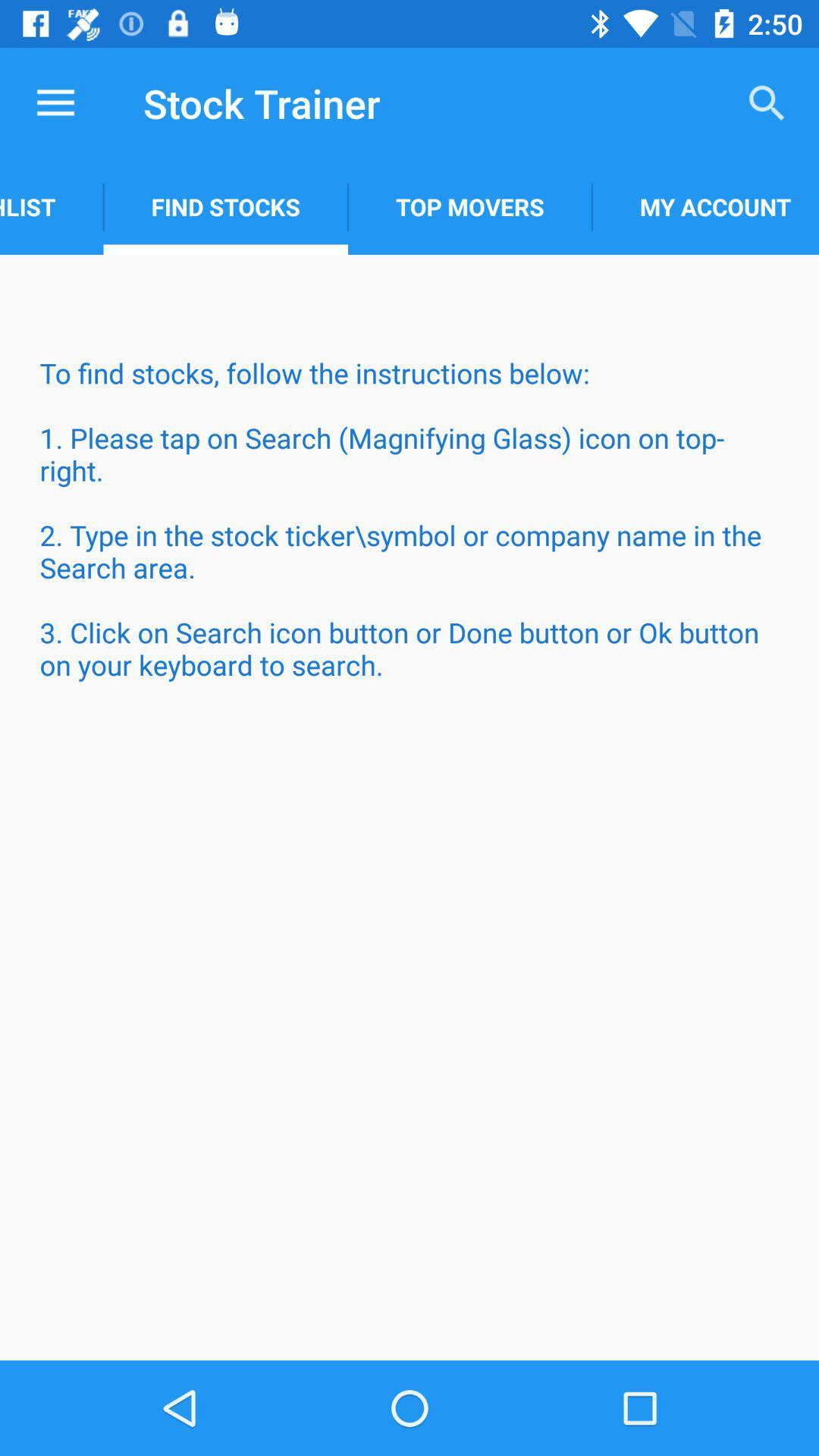  What do you see at coordinates (51, 206) in the screenshot?
I see `watchlist app` at bounding box center [51, 206].